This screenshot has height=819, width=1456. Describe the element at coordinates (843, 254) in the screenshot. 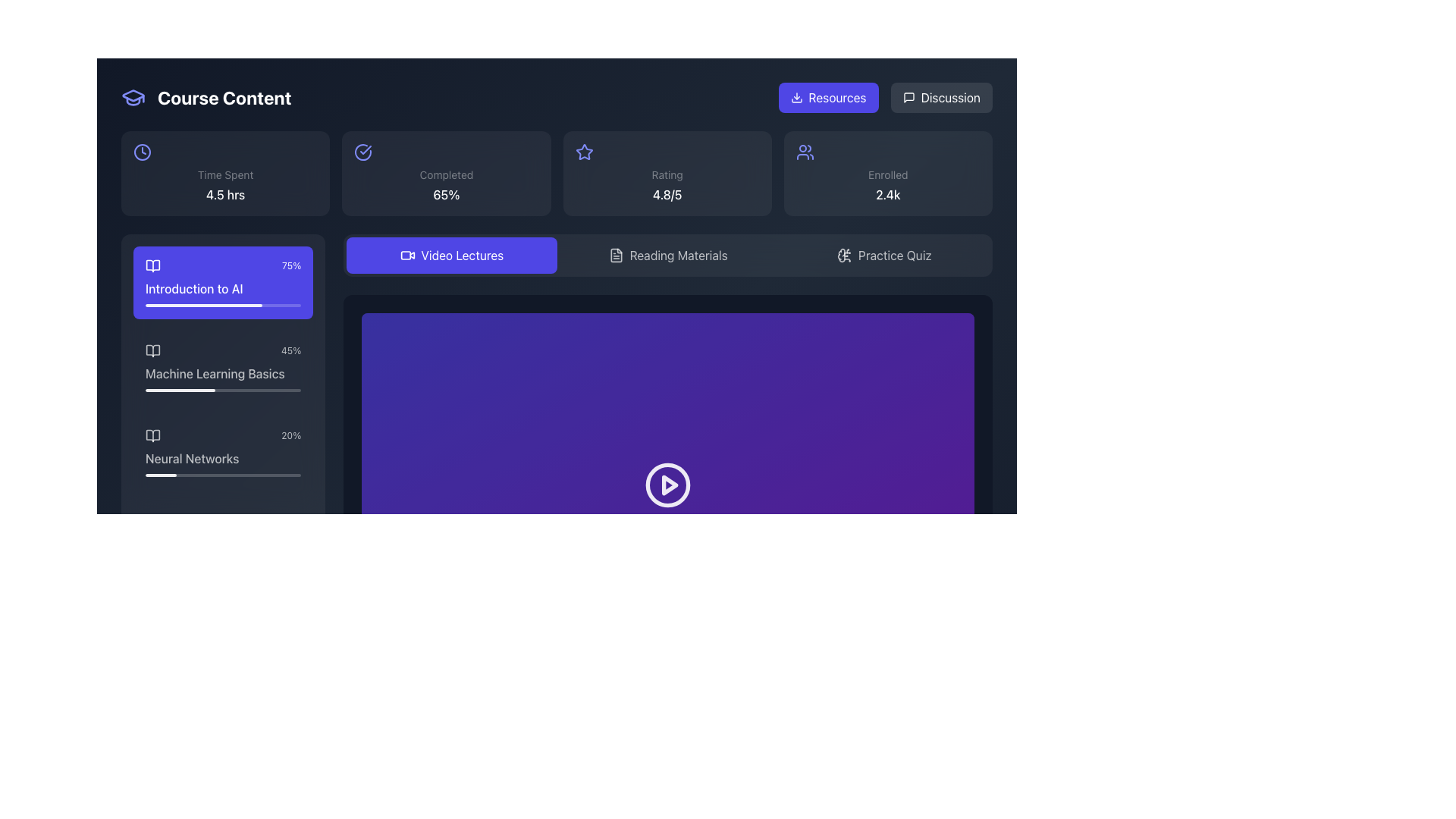

I see `the icon that visually identifies the 'Practice Quiz' feature, located to the left of the text label within the 'Practice Quiz' button in the top-right panel` at that location.